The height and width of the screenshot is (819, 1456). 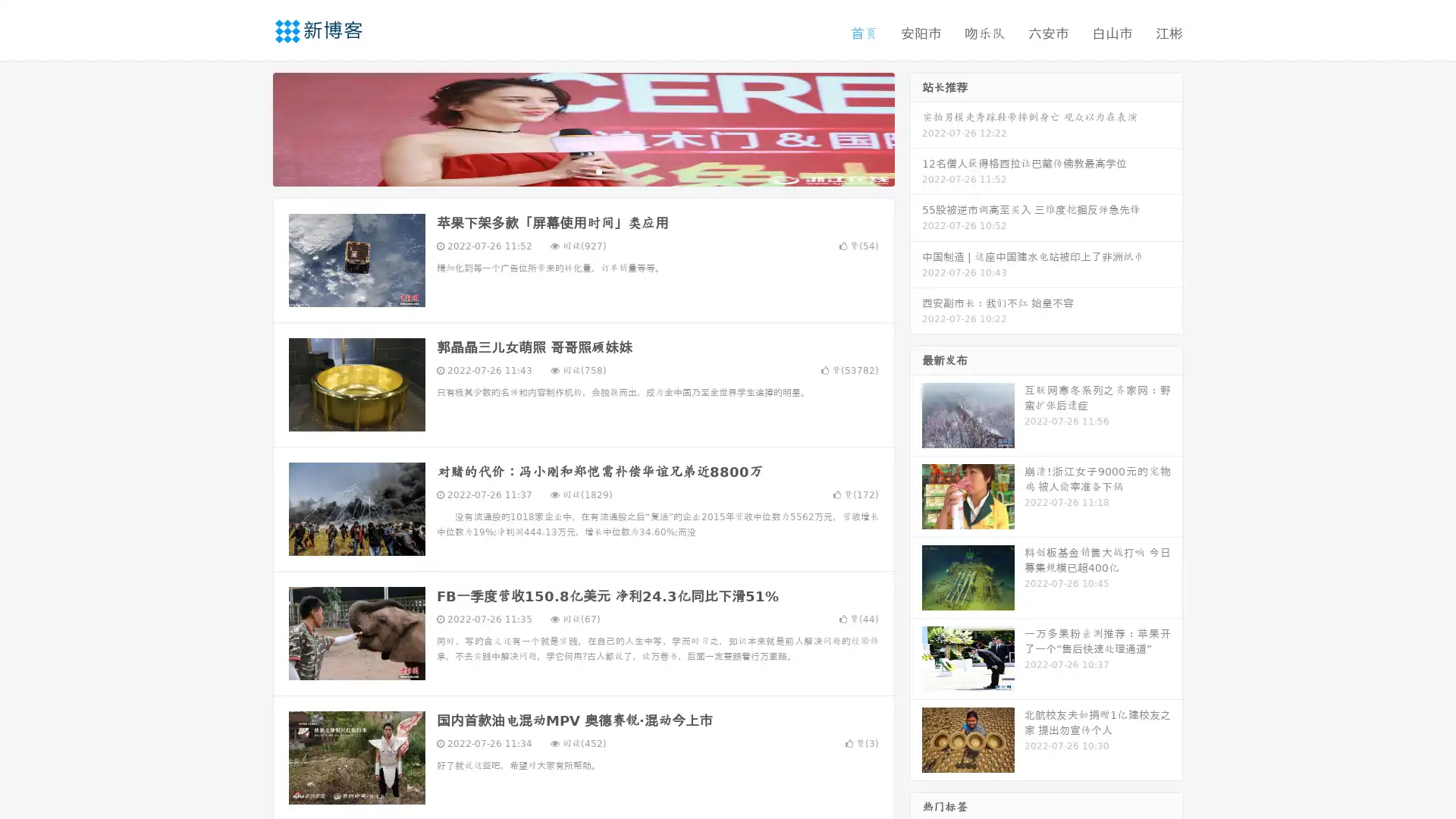 What do you see at coordinates (250, 127) in the screenshot?
I see `Previous slide` at bounding box center [250, 127].